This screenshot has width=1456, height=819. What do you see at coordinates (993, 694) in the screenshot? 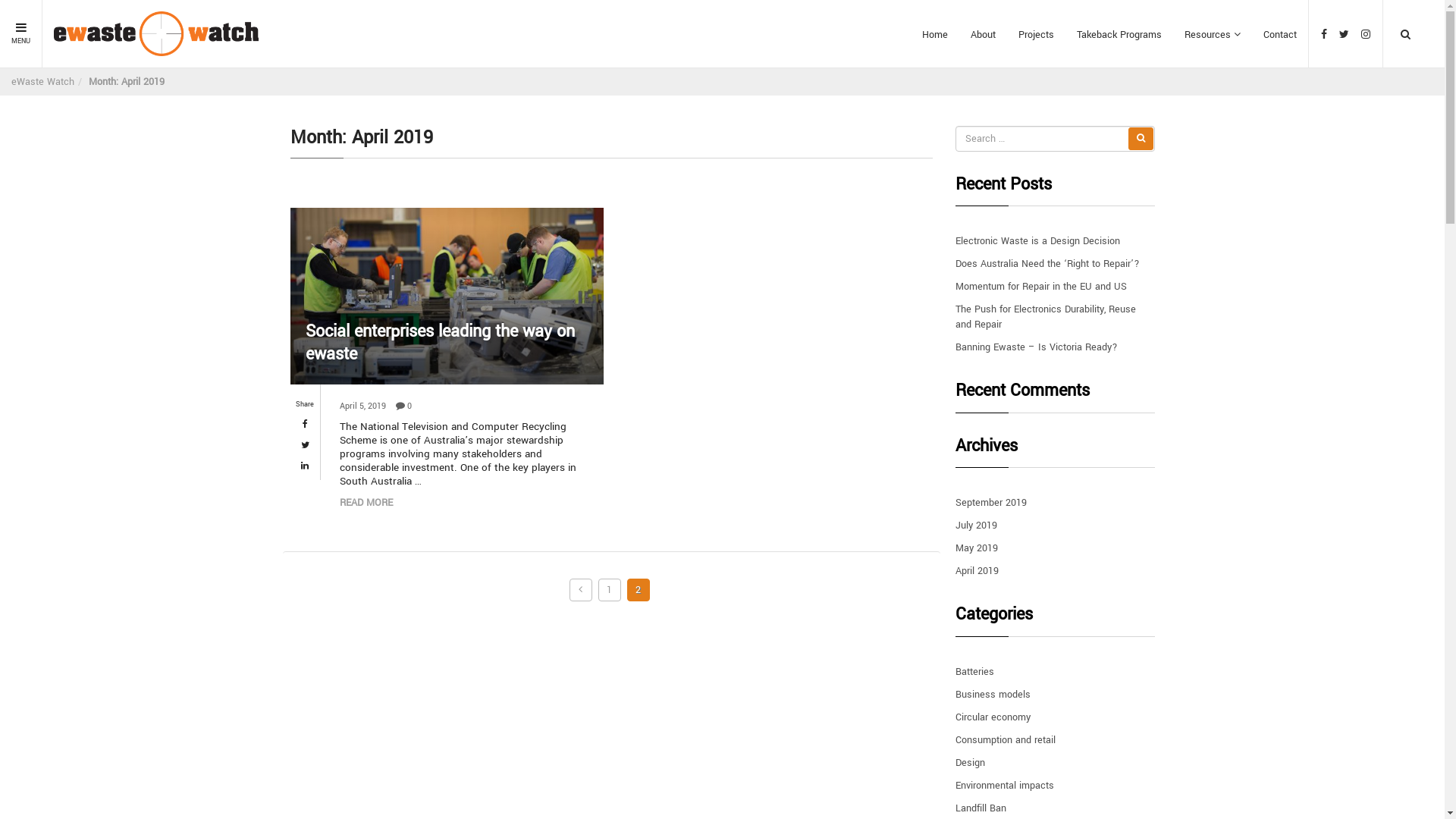
I see `'Business models'` at bounding box center [993, 694].